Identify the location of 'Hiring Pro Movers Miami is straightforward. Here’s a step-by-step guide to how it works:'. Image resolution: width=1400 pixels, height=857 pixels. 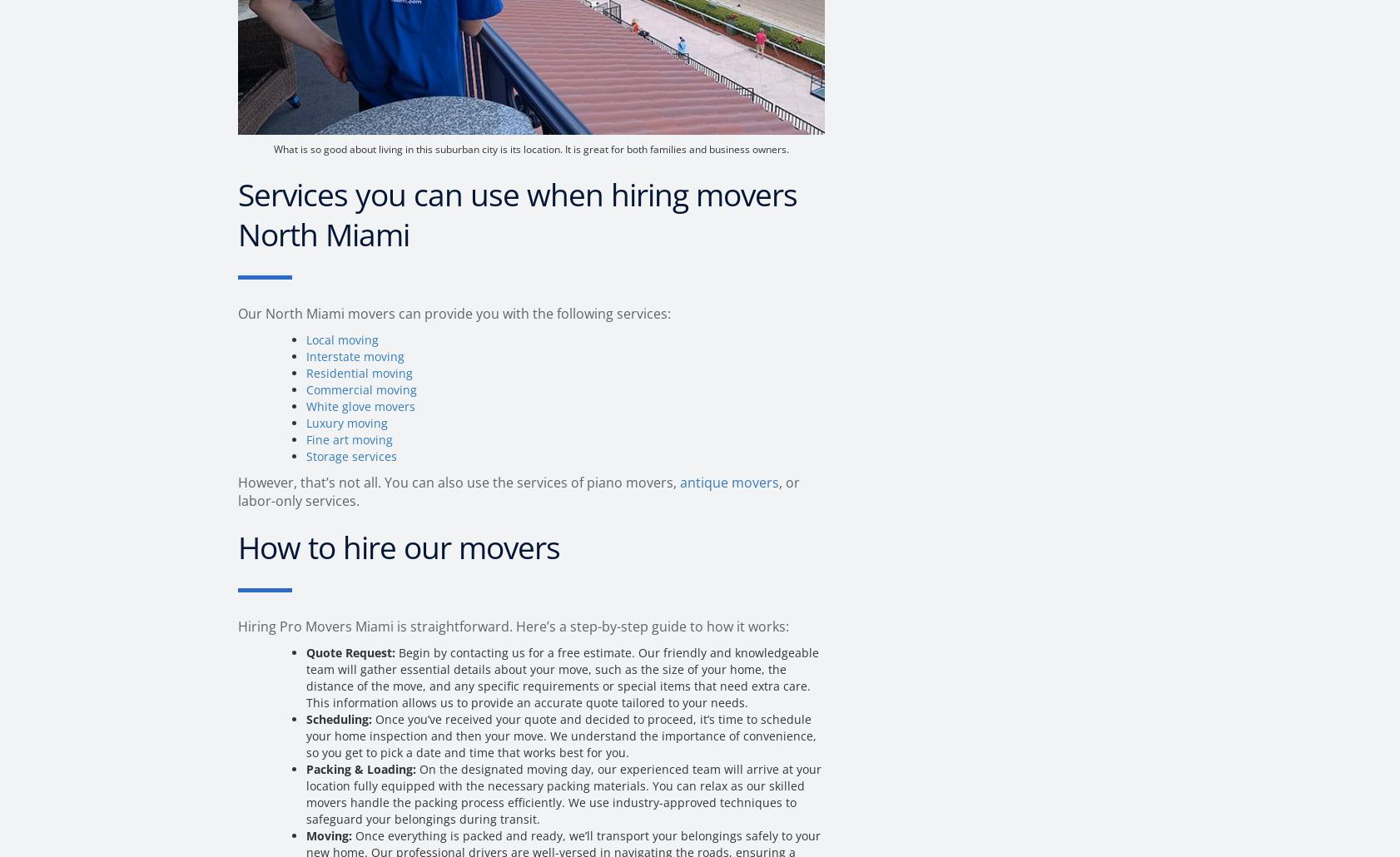
(236, 627).